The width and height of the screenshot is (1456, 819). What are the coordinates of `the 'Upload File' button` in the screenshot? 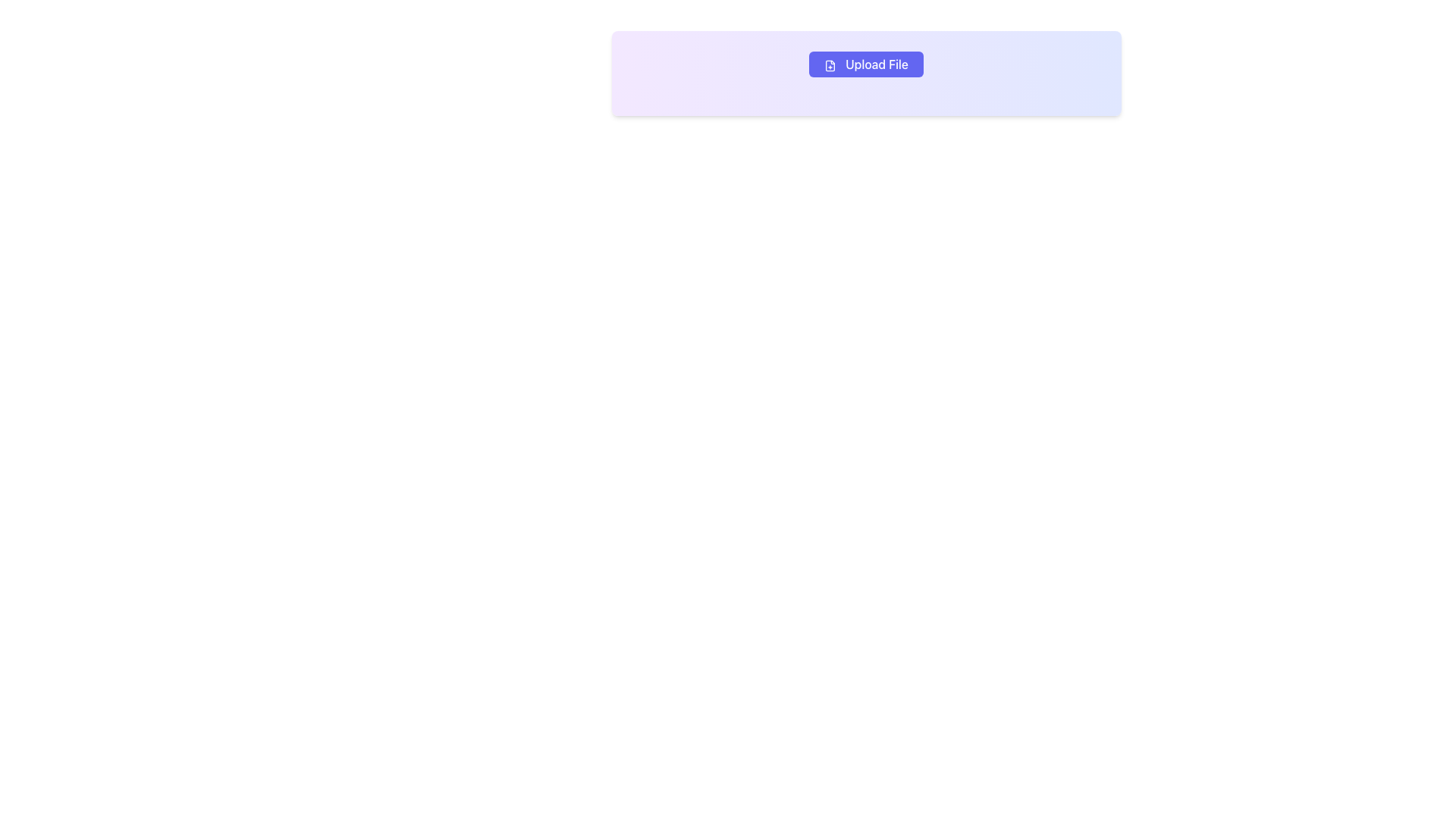 It's located at (866, 73).